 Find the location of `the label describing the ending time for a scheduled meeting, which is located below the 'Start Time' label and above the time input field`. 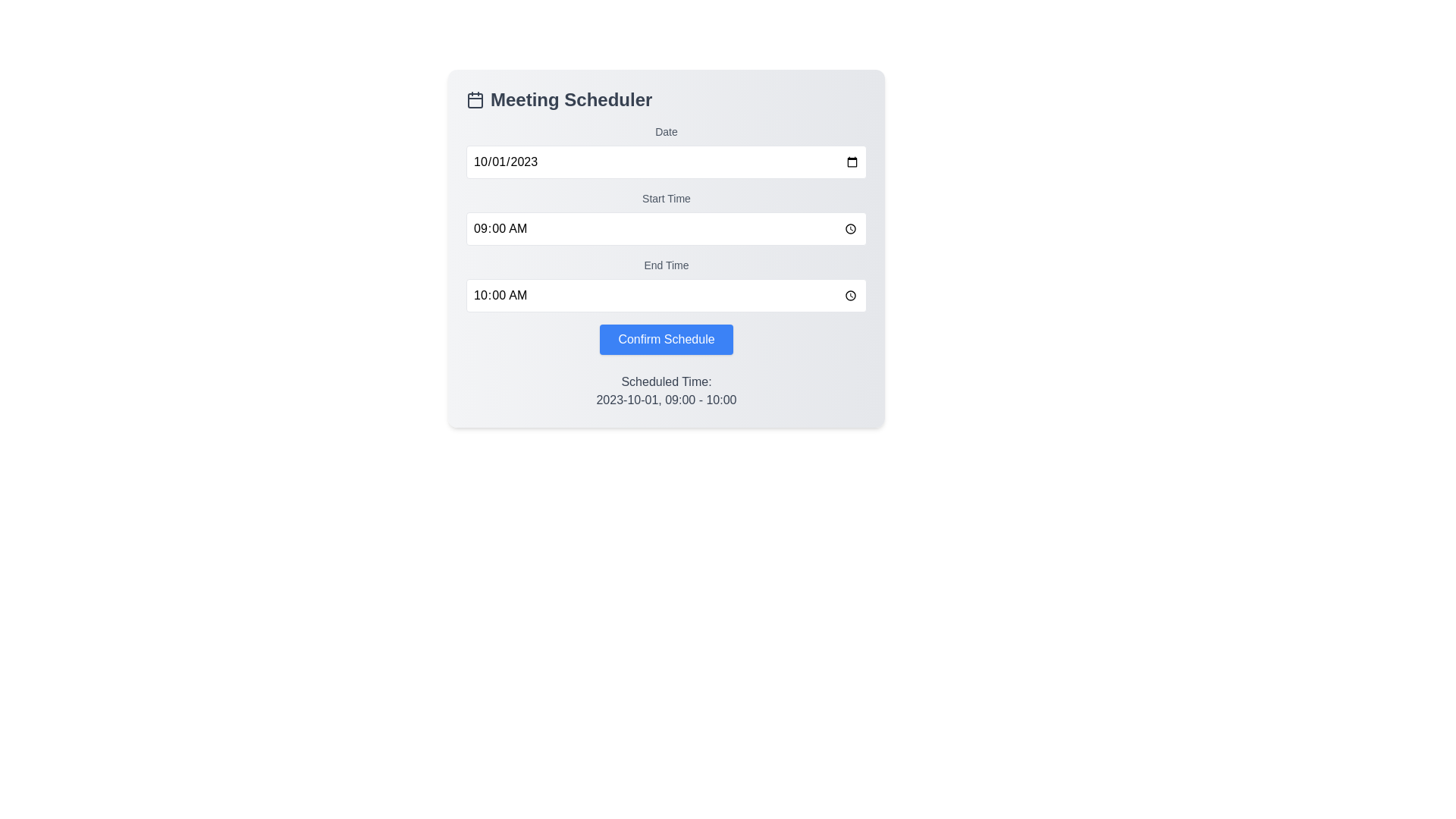

the label describing the ending time for a scheduled meeting, which is located below the 'Start Time' label and above the time input field is located at coordinates (666, 265).